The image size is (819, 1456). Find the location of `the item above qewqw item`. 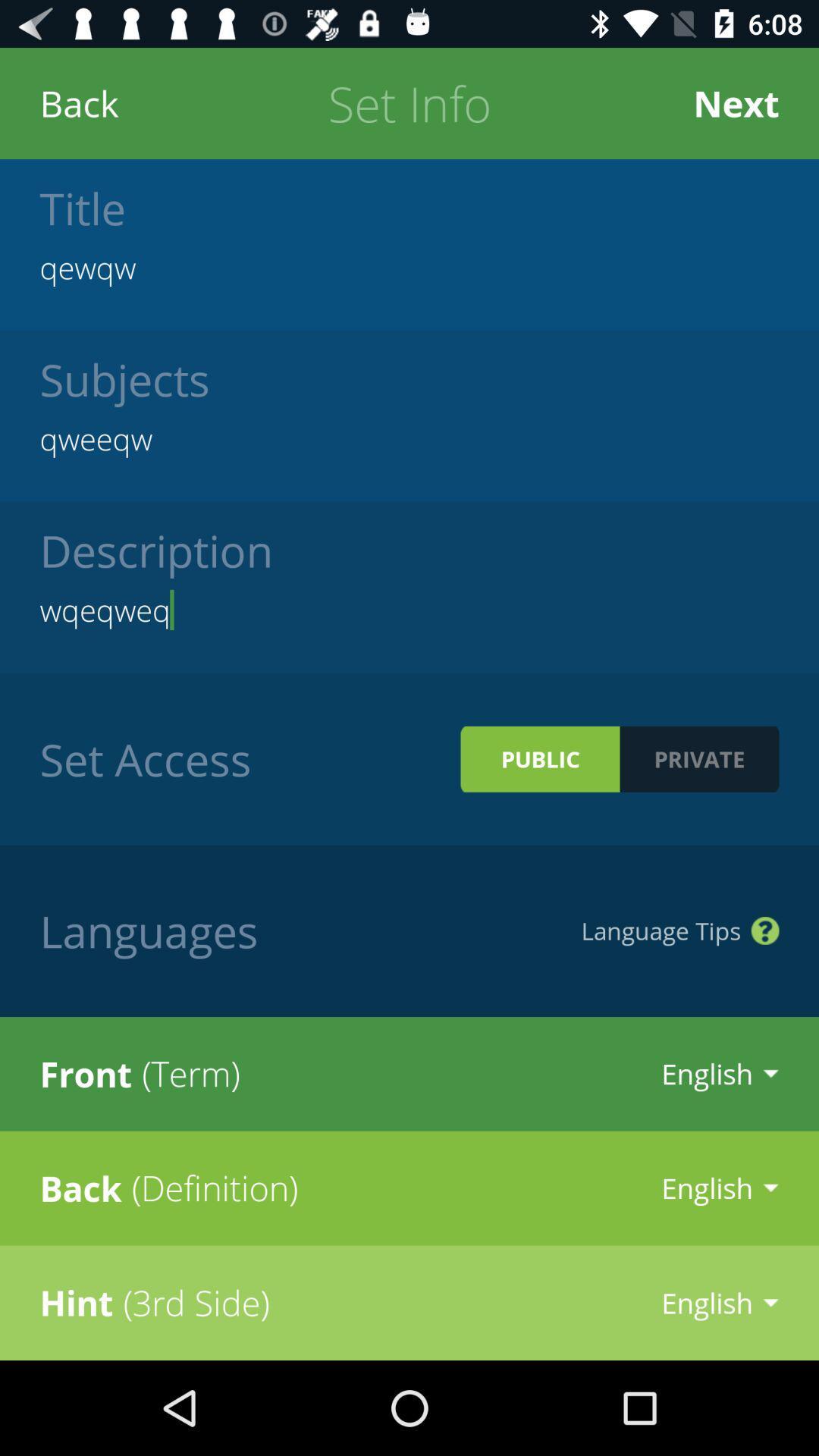

the item above qewqw item is located at coordinates (735, 102).